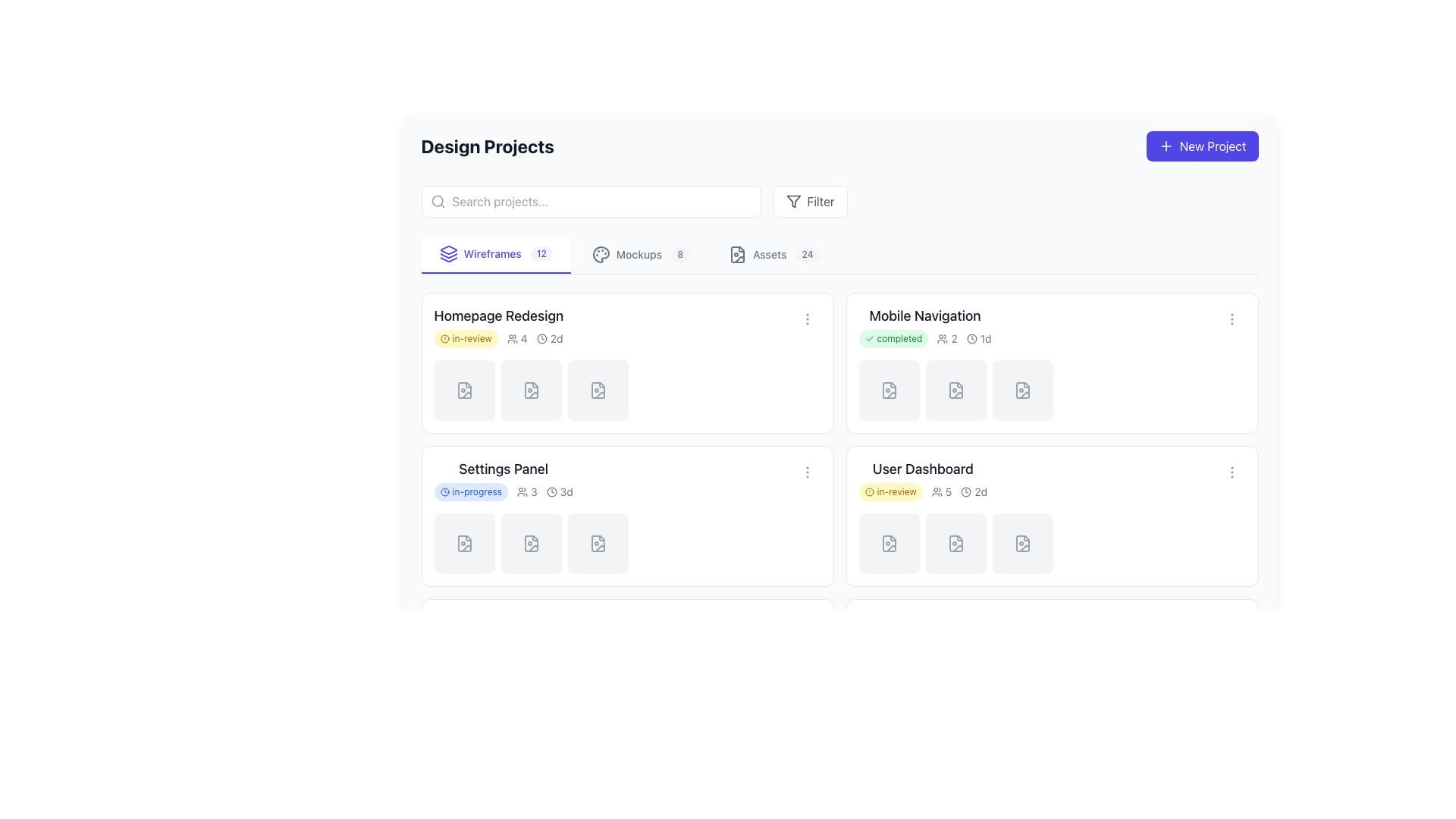 The width and height of the screenshot is (1456, 819). Describe the element at coordinates (597, 543) in the screenshot. I see `the Icon placeholder in the grid layout, which serves as a visual cue for image documents and is located in the bottom-right position of the 'Settings Panel' card` at that location.